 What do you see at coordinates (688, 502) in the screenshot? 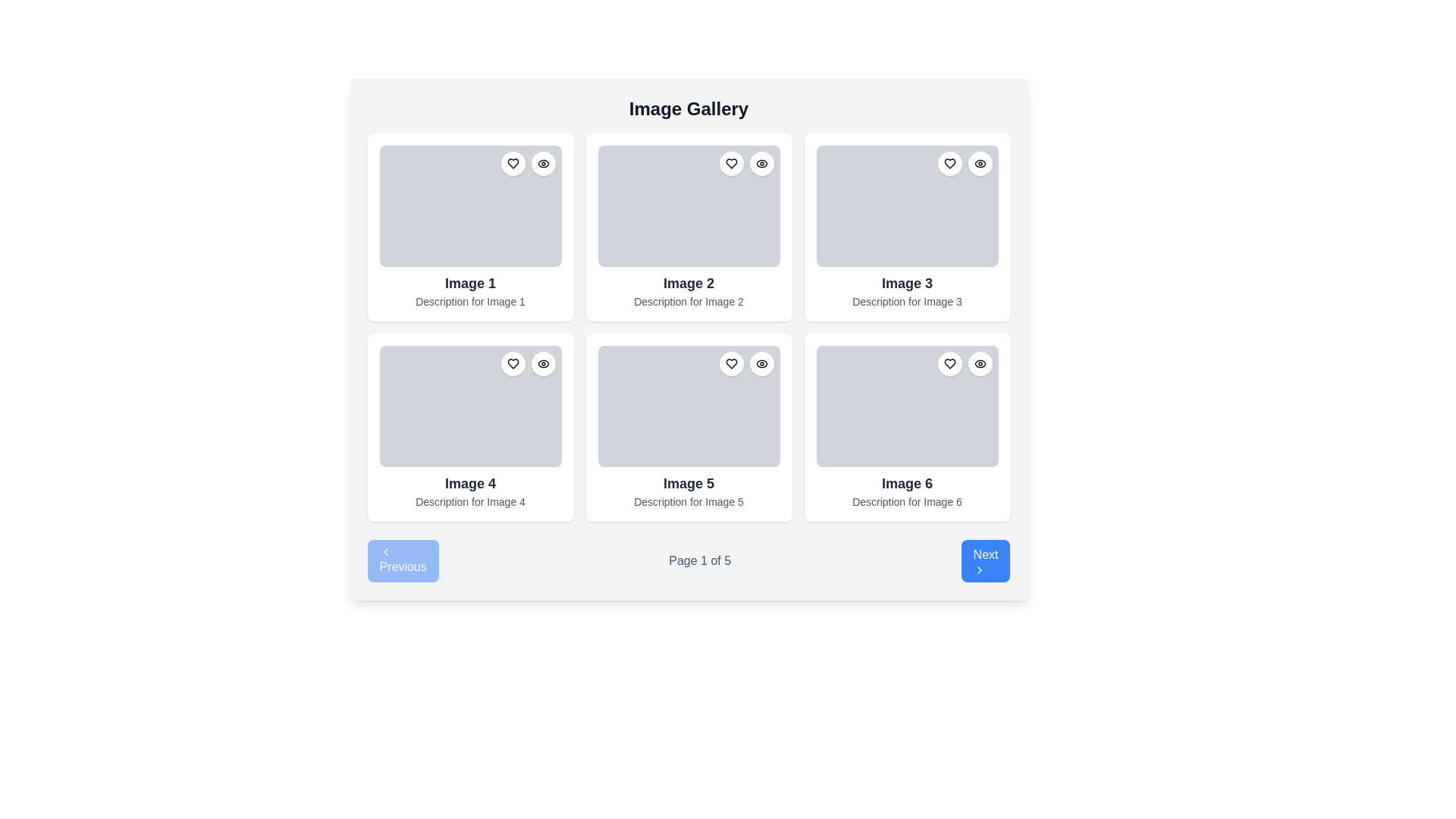
I see `text label that provides a description for 'Image 5', located at the bottom of the card underneath its title` at bounding box center [688, 502].